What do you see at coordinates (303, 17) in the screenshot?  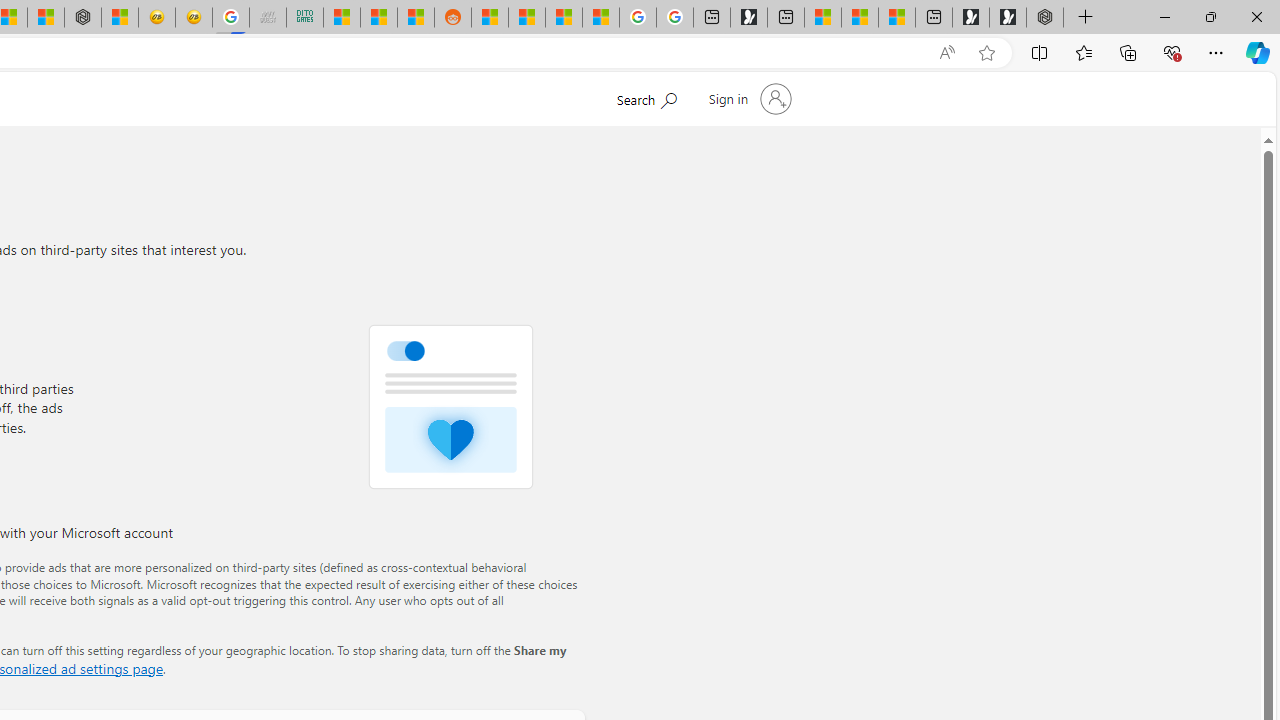 I see `'DITOGAMES AG Imprint'` at bounding box center [303, 17].